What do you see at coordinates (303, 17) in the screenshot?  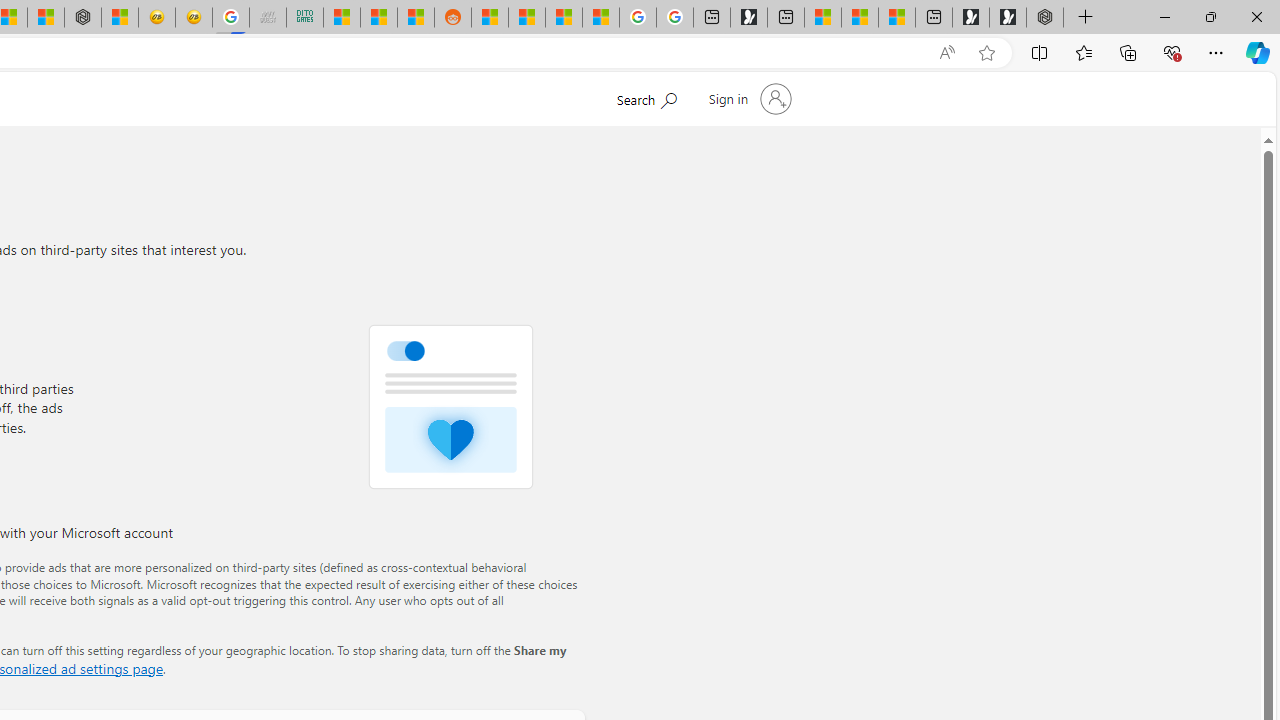 I see `'DITOGAMES AG Imprint'` at bounding box center [303, 17].